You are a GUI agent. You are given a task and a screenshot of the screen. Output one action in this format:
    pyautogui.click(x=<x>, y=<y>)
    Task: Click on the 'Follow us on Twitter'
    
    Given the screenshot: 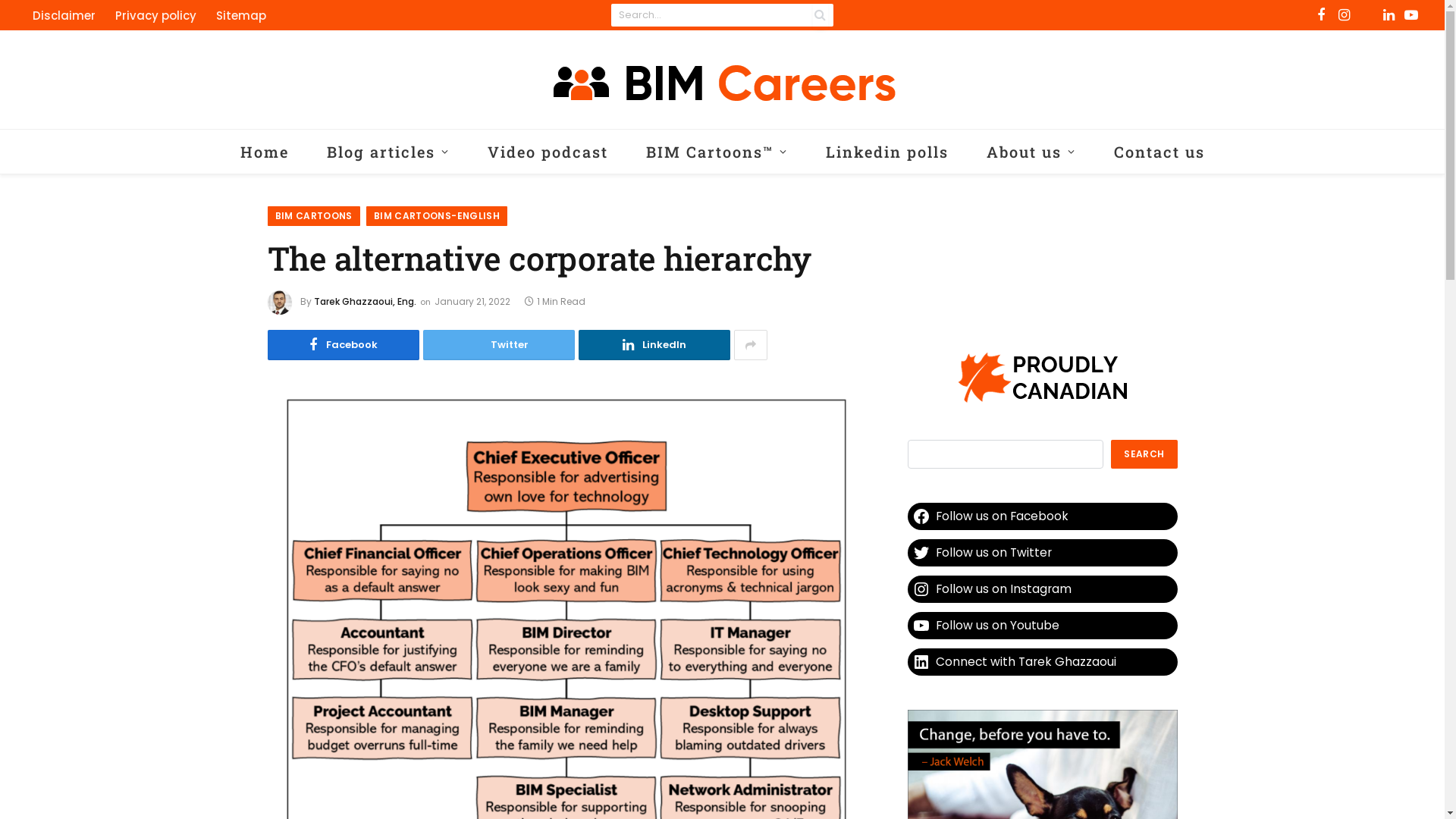 What is the action you would take?
    pyautogui.click(x=906, y=553)
    